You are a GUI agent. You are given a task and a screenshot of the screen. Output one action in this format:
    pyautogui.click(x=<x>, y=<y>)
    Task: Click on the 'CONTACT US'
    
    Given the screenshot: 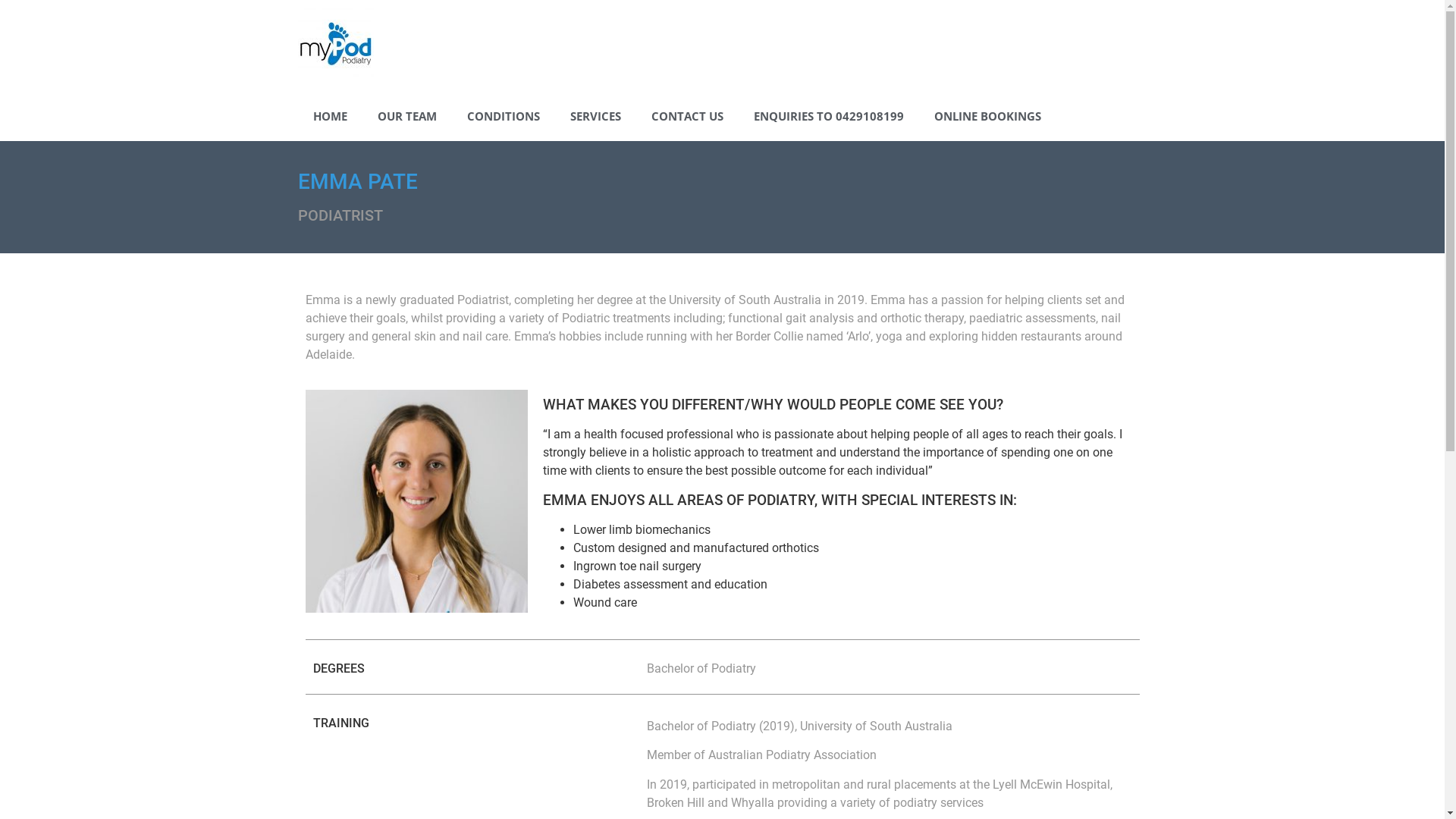 What is the action you would take?
    pyautogui.click(x=686, y=115)
    